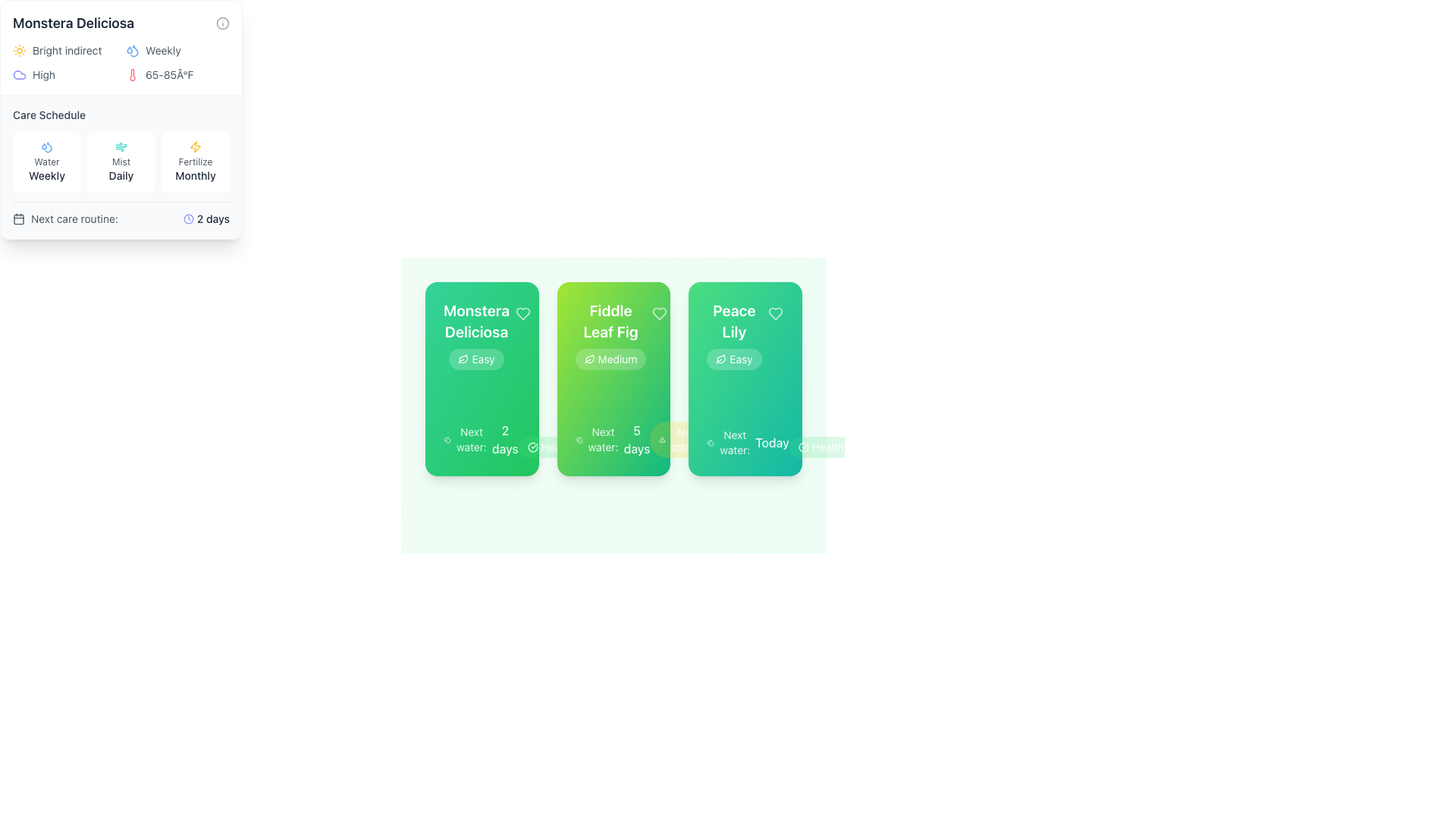 The width and height of the screenshot is (1456, 819). What do you see at coordinates (660, 312) in the screenshot?
I see `the favorite button located at the top-right corner of the 'Fiddle Leaf Fig' card using keyboard accessibility` at bounding box center [660, 312].